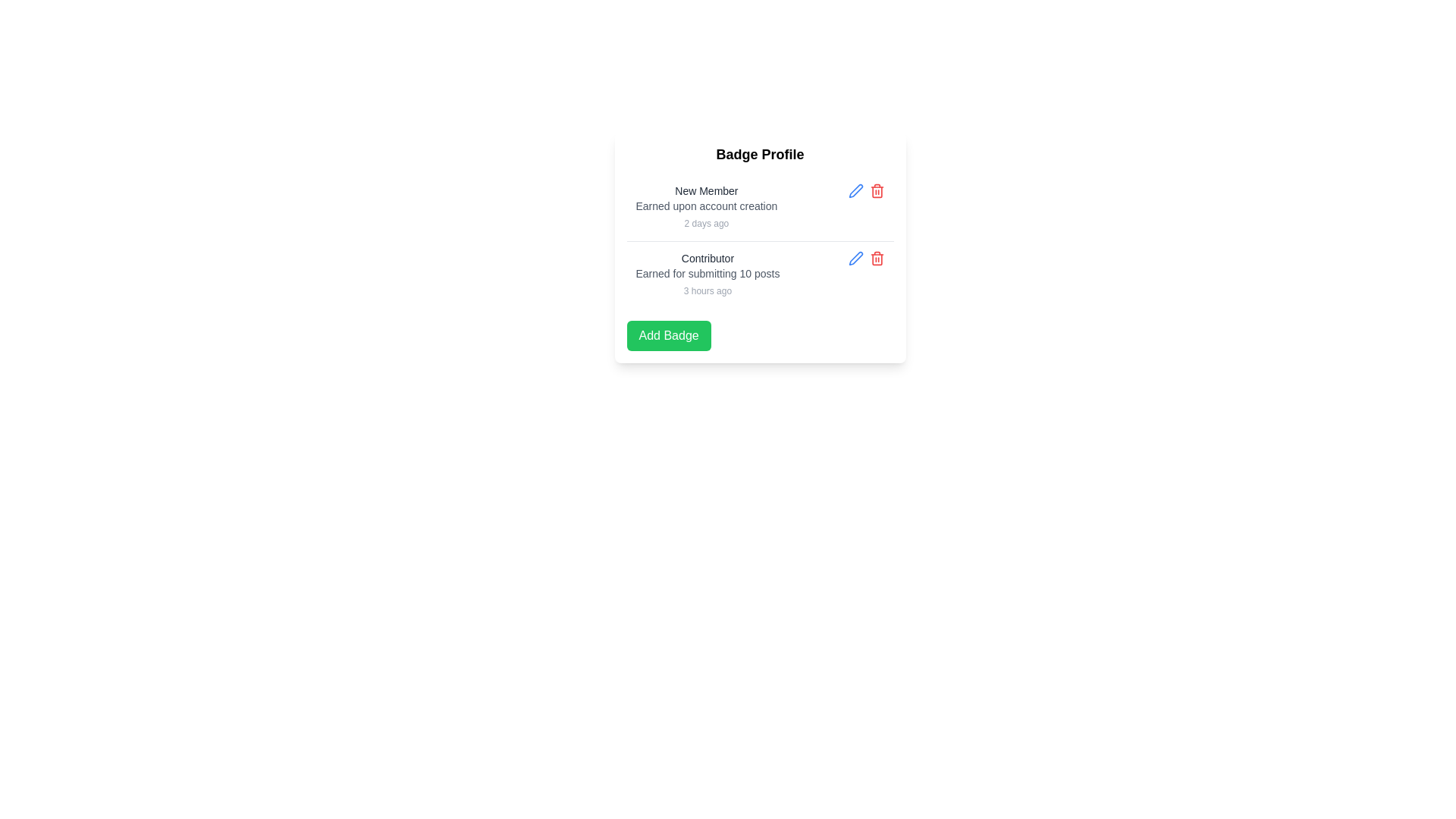  I want to click on the Text Label that describes the achievement of earning a badge for submitting 10 posts, which is located between 'Contributor' above it and '3 hours ago' below it, so click(707, 274).